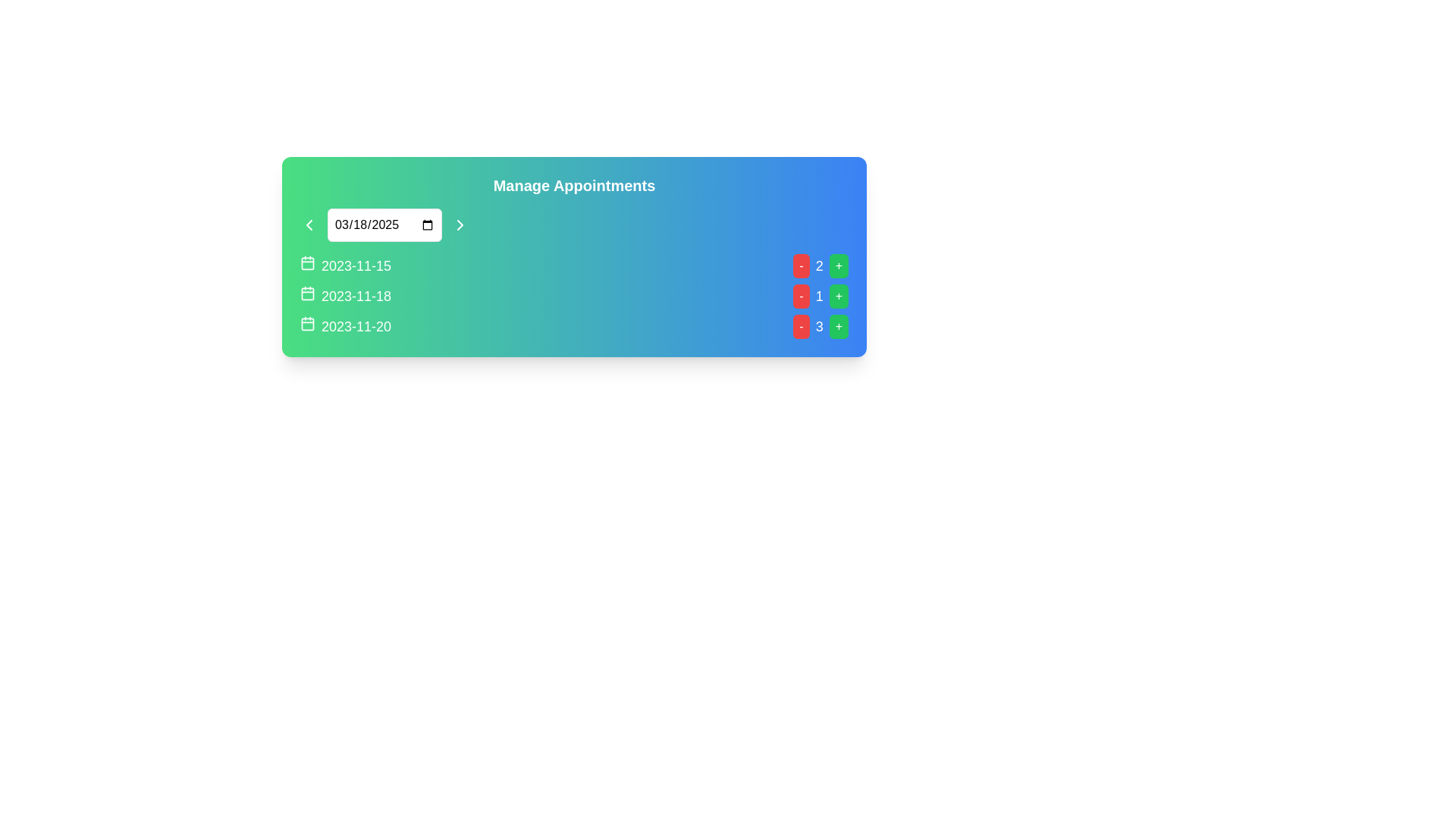 The image size is (1456, 819). Describe the element at coordinates (820, 326) in the screenshot. I see `the green button with a plus sign ('+') to increase the value in the compound control element that also contains a red minus button and a numeric display showing '3'` at that location.